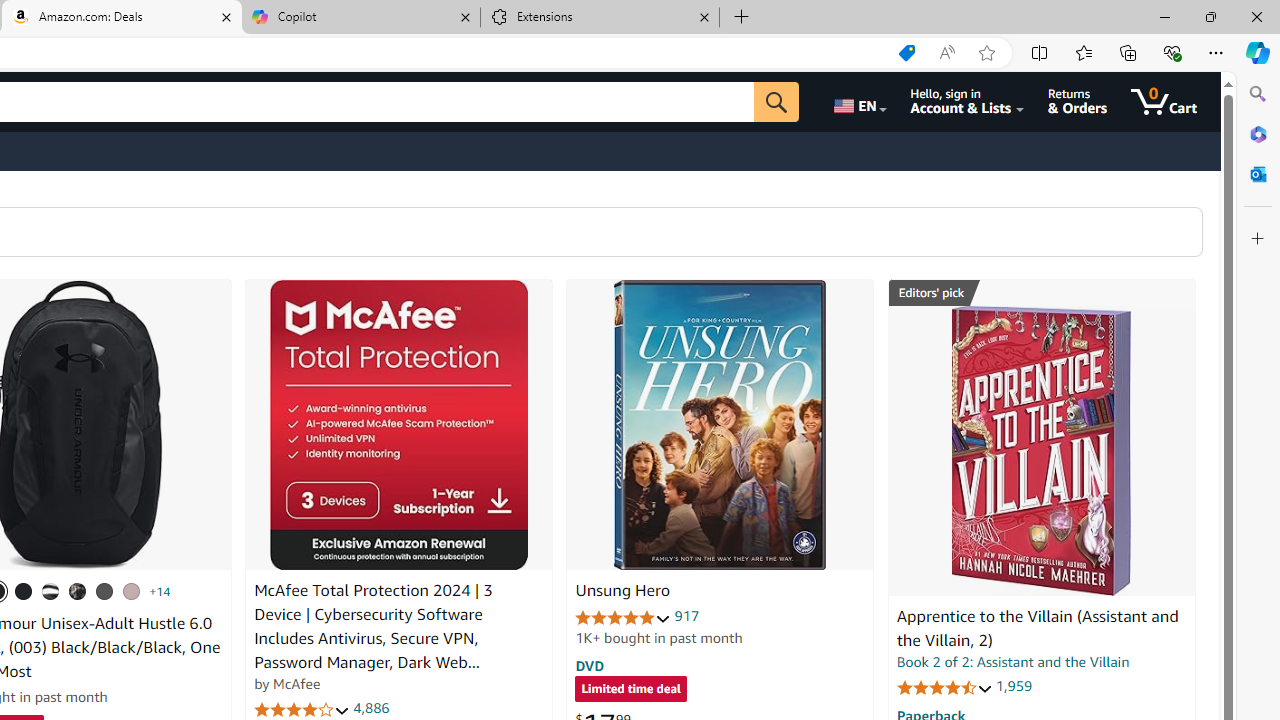 This screenshot has width=1280, height=720. I want to click on 'Editors', so click(1040, 293).